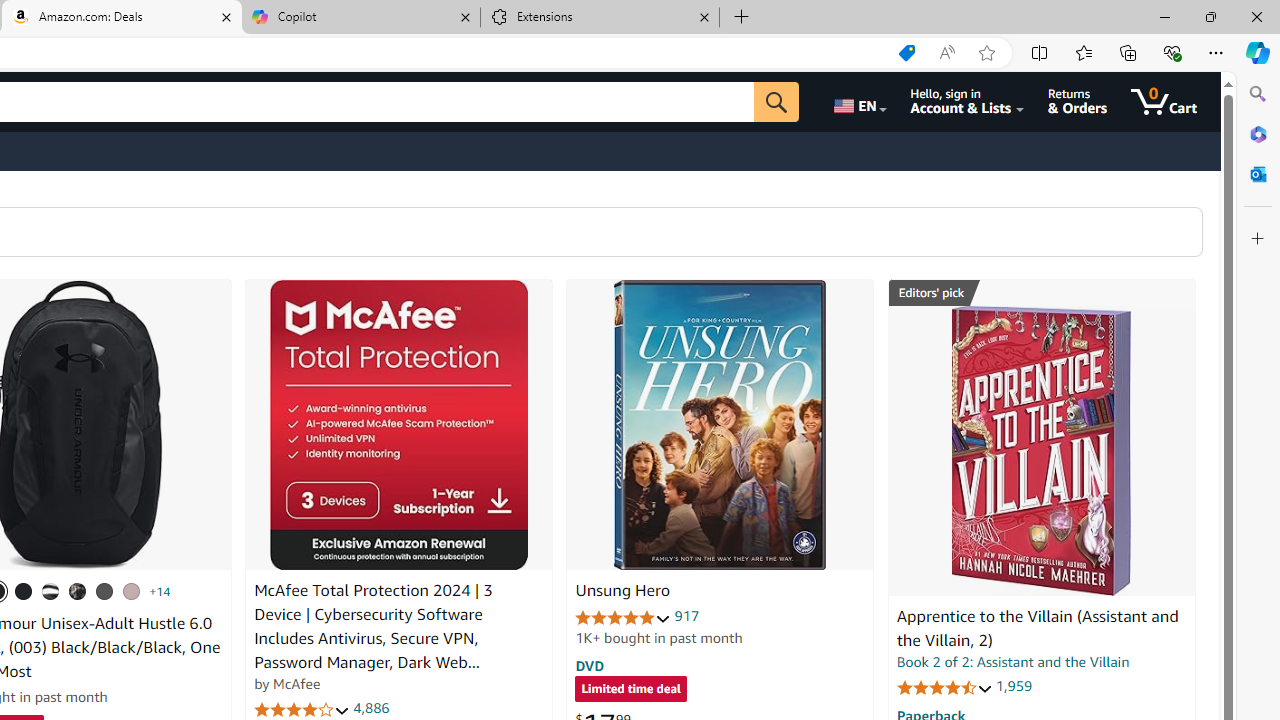 This screenshot has width=1280, height=720. I want to click on 'Editors', so click(1040, 293).